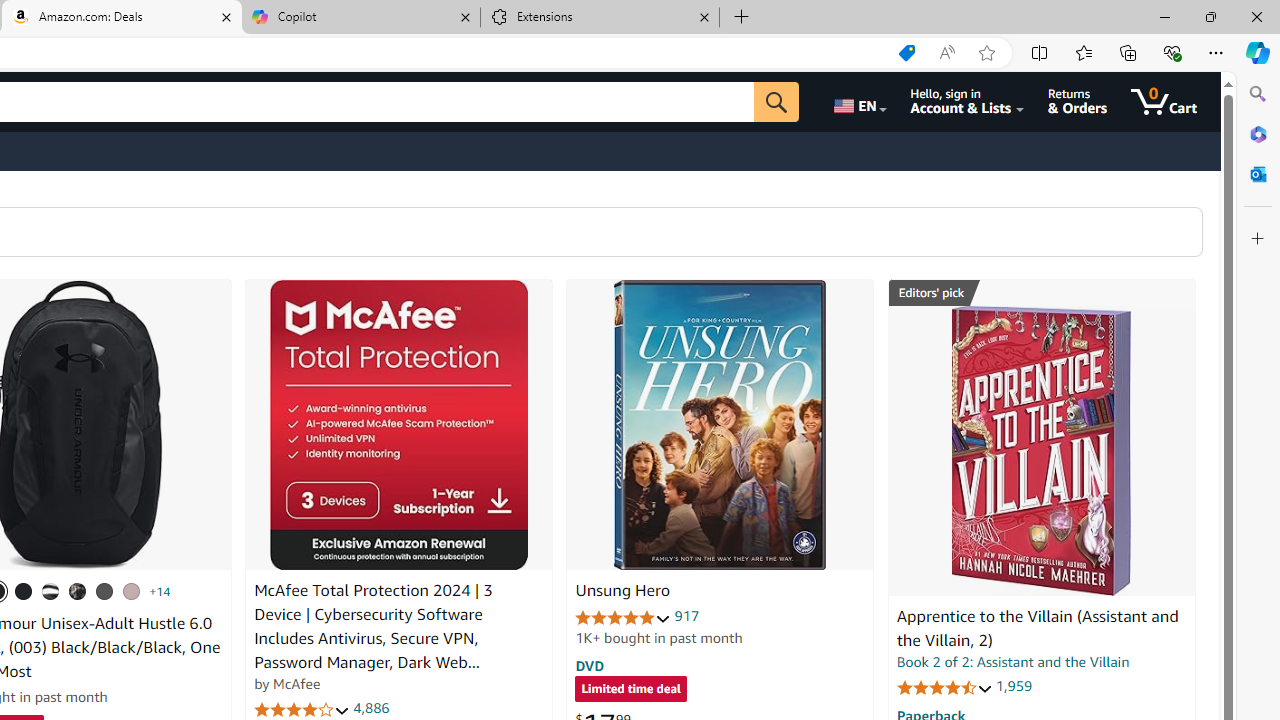 This screenshot has width=1280, height=720. I want to click on 'Editors', so click(1040, 293).